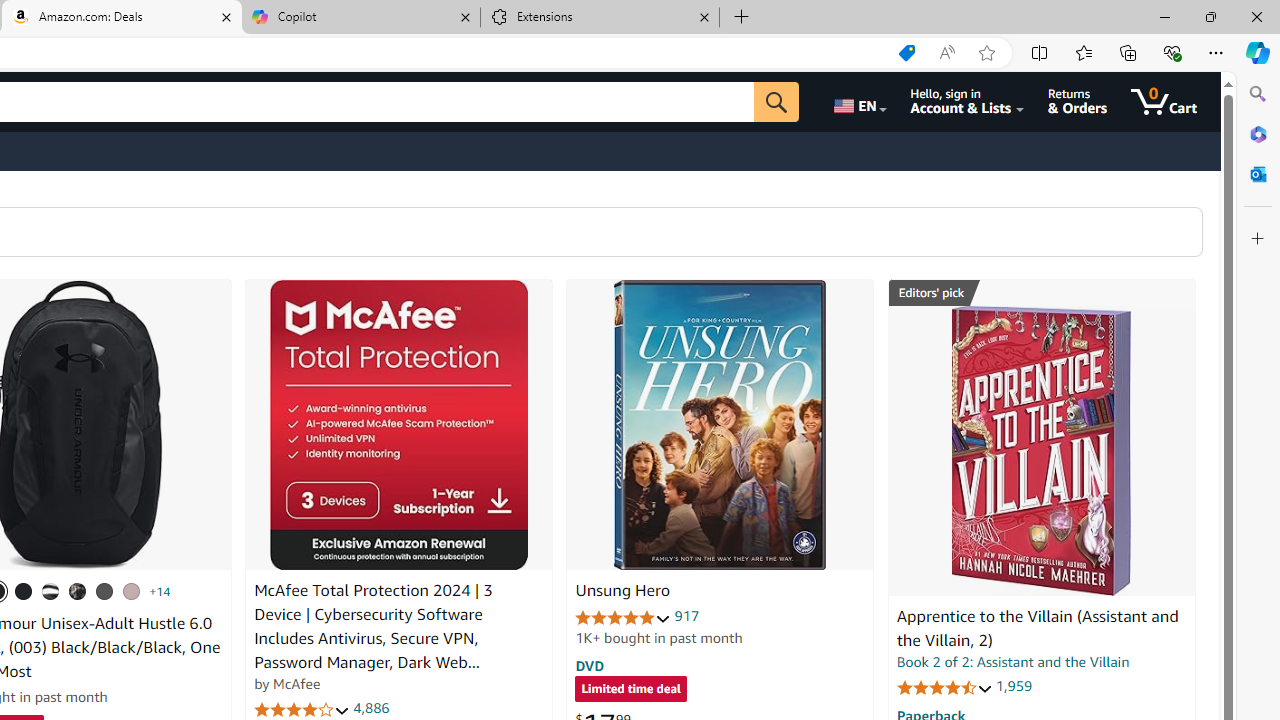 This screenshot has width=1280, height=720. I want to click on 'Editors', so click(1040, 293).